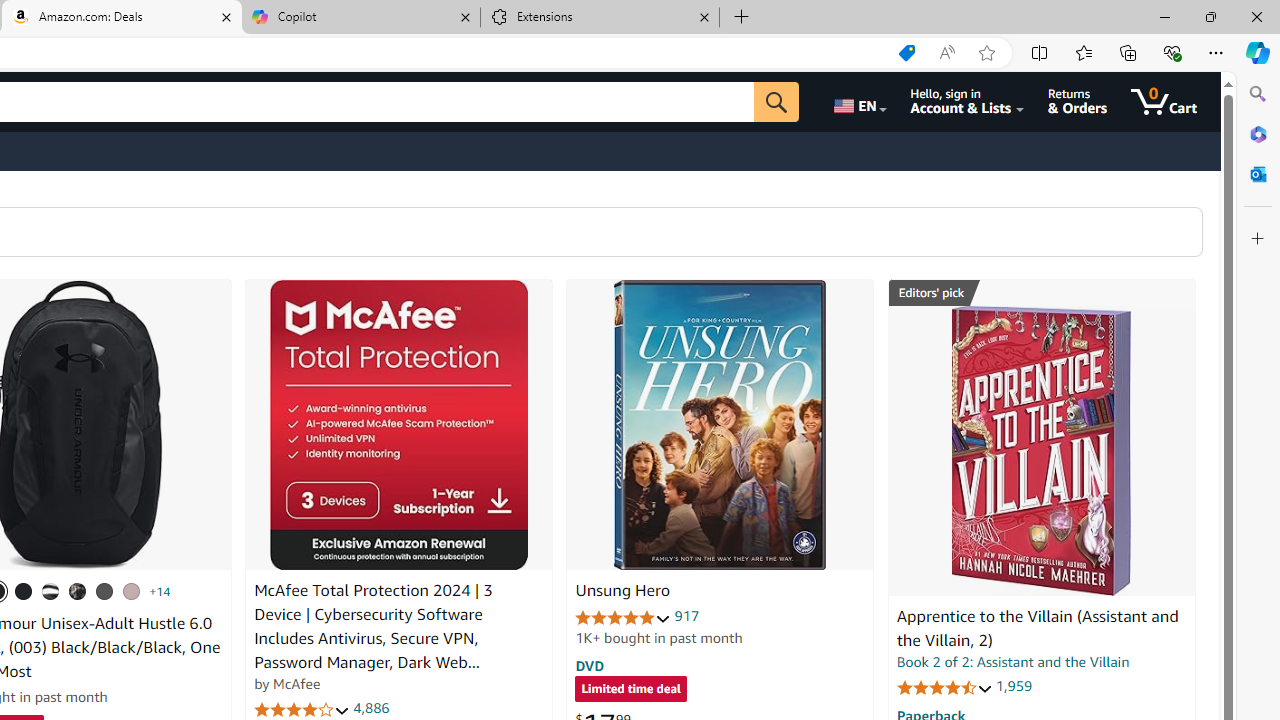 This screenshot has width=1280, height=720. I want to click on 'Editors', so click(1040, 293).